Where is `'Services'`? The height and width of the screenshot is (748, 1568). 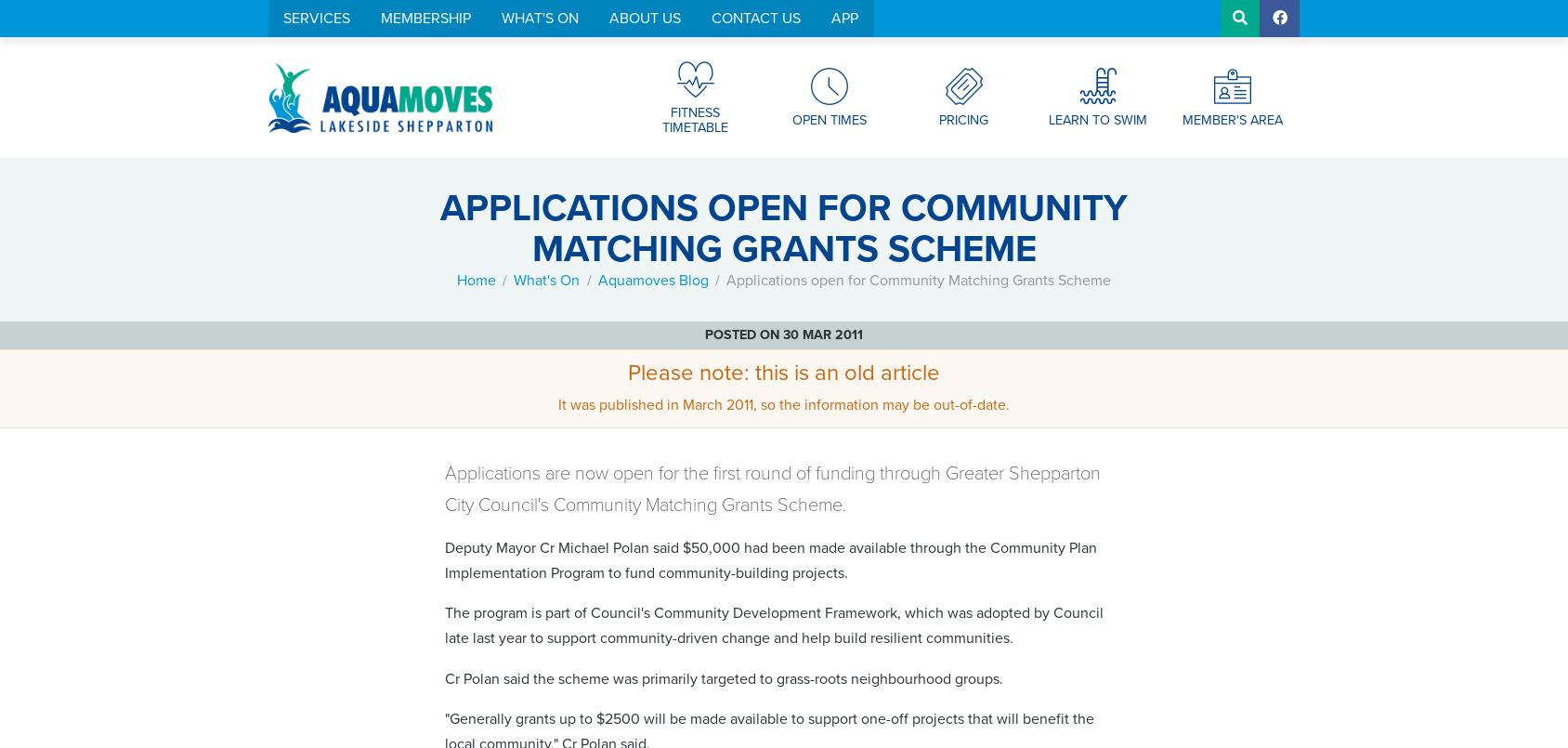 'Services' is located at coordinates (316, 18).